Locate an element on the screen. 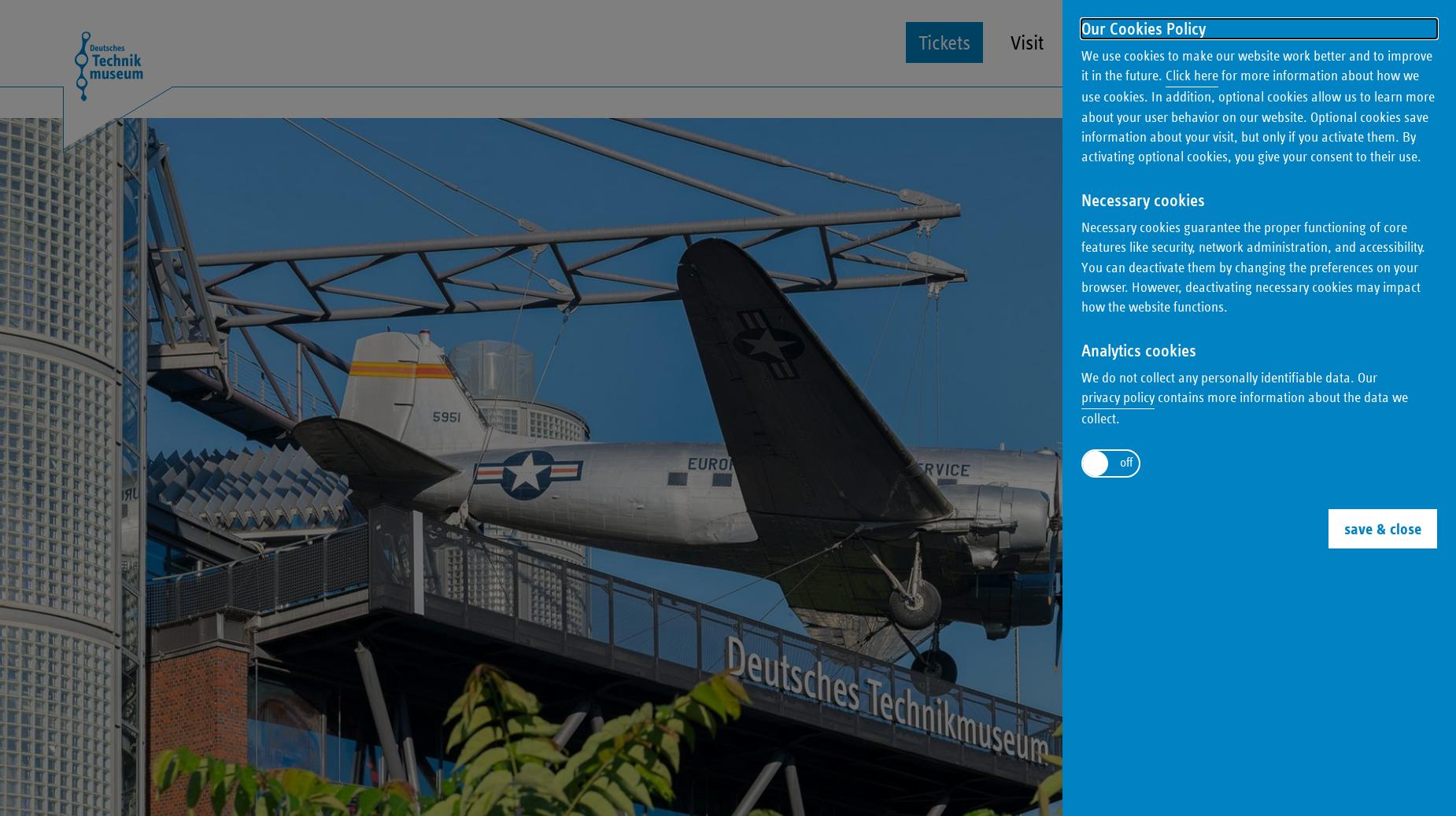 The height and width of the screenshot is (816, 1456). 'Analytics cookies' is located at coordinates (1139, 349).